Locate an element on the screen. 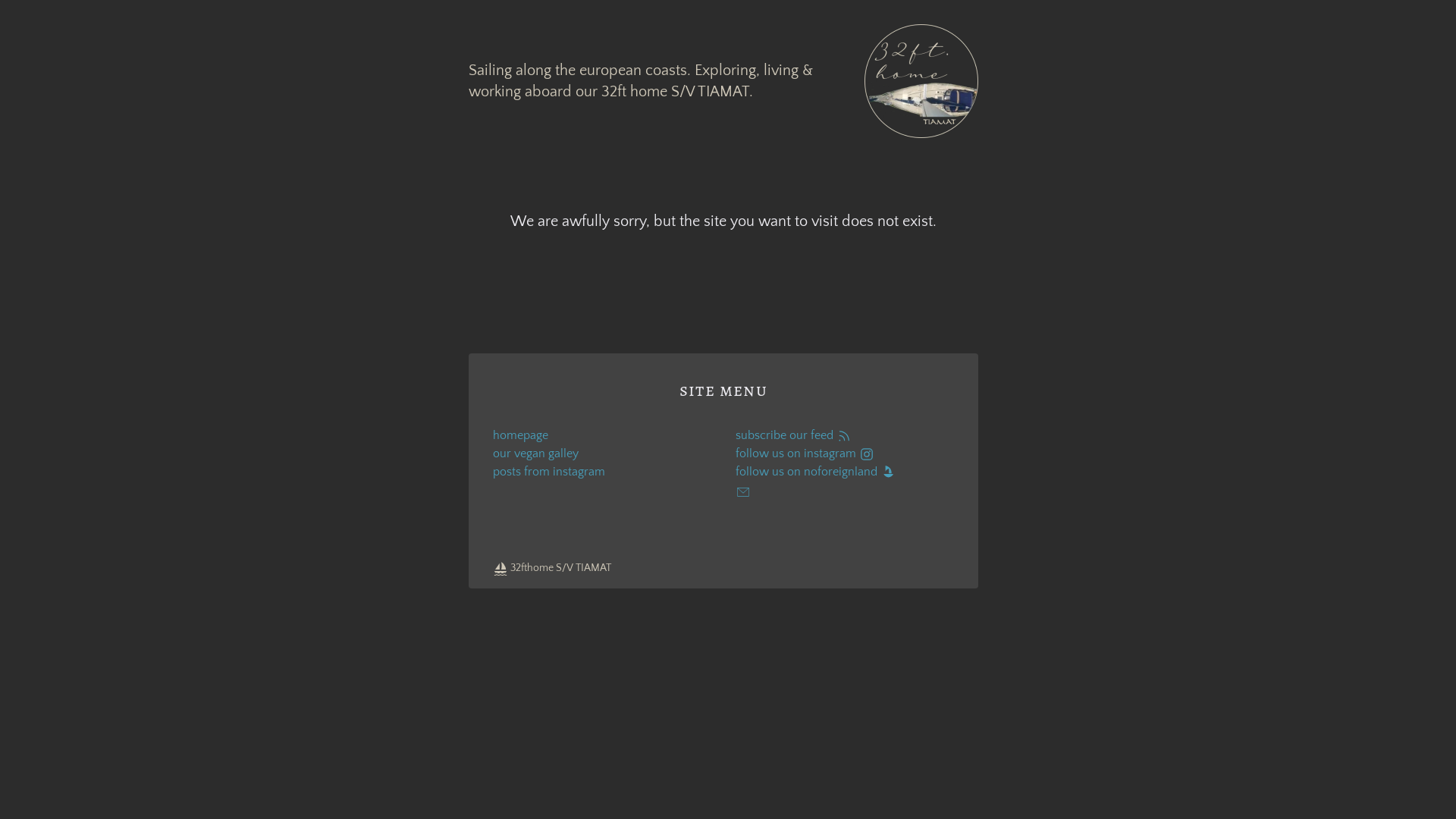  'subscribe our feed' is located at coordinates (843, 435).